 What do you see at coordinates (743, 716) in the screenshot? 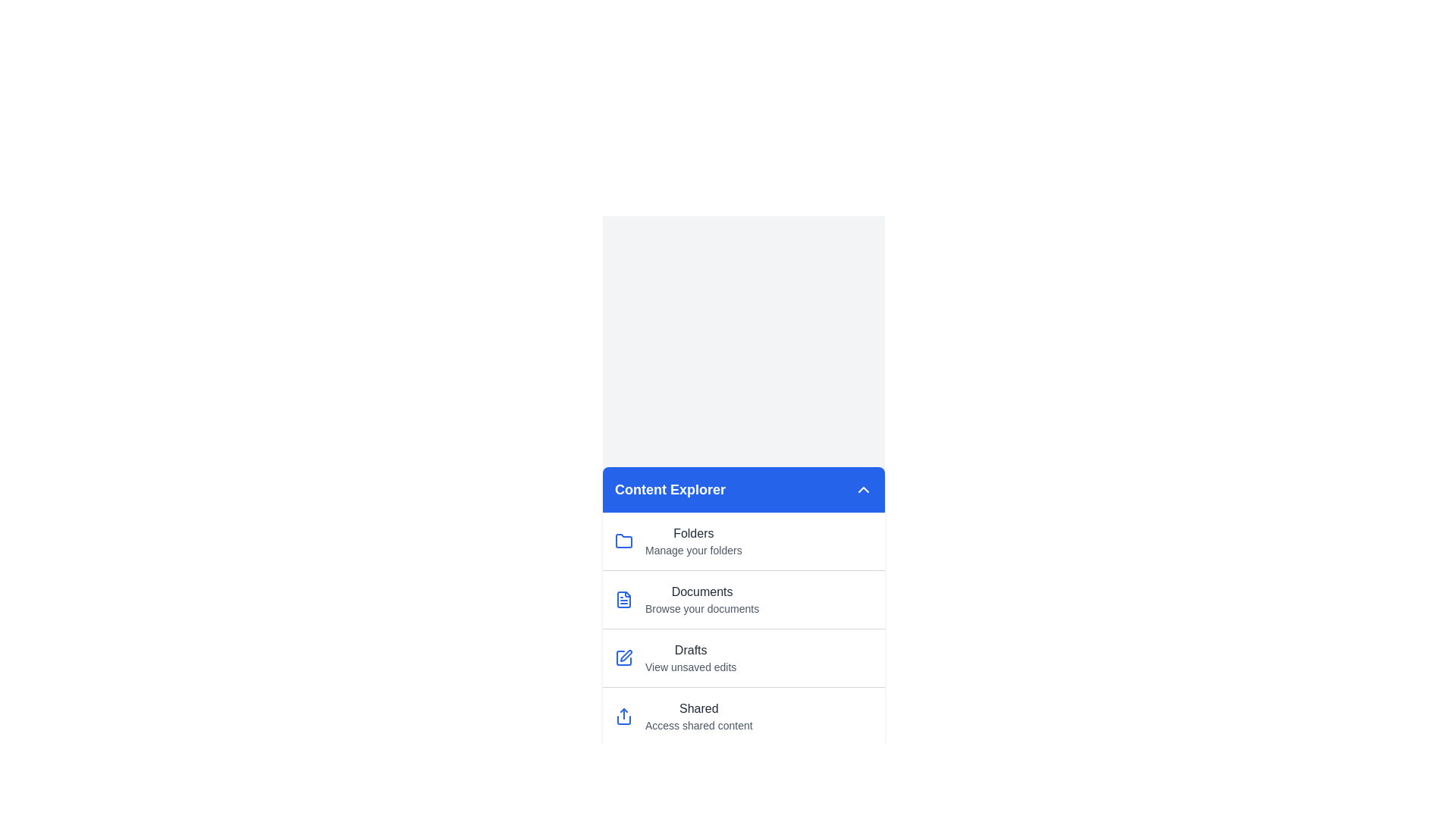
I see `the menu item corresponding to Shared` at bounding box center [743, 716].